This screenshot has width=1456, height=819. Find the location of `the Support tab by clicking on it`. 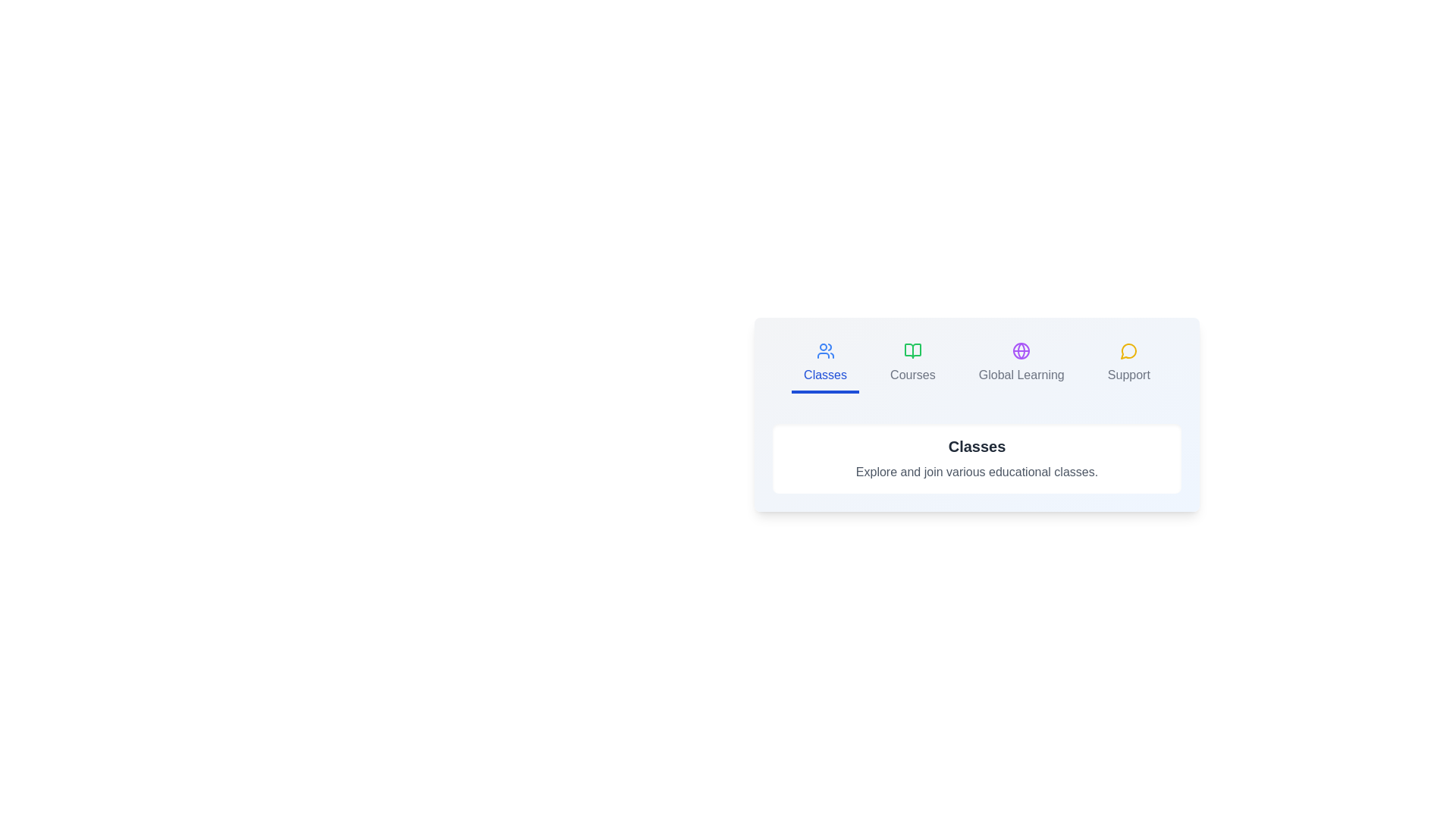

the Support tab by clicking on it is located at coordinates (1128, 365).